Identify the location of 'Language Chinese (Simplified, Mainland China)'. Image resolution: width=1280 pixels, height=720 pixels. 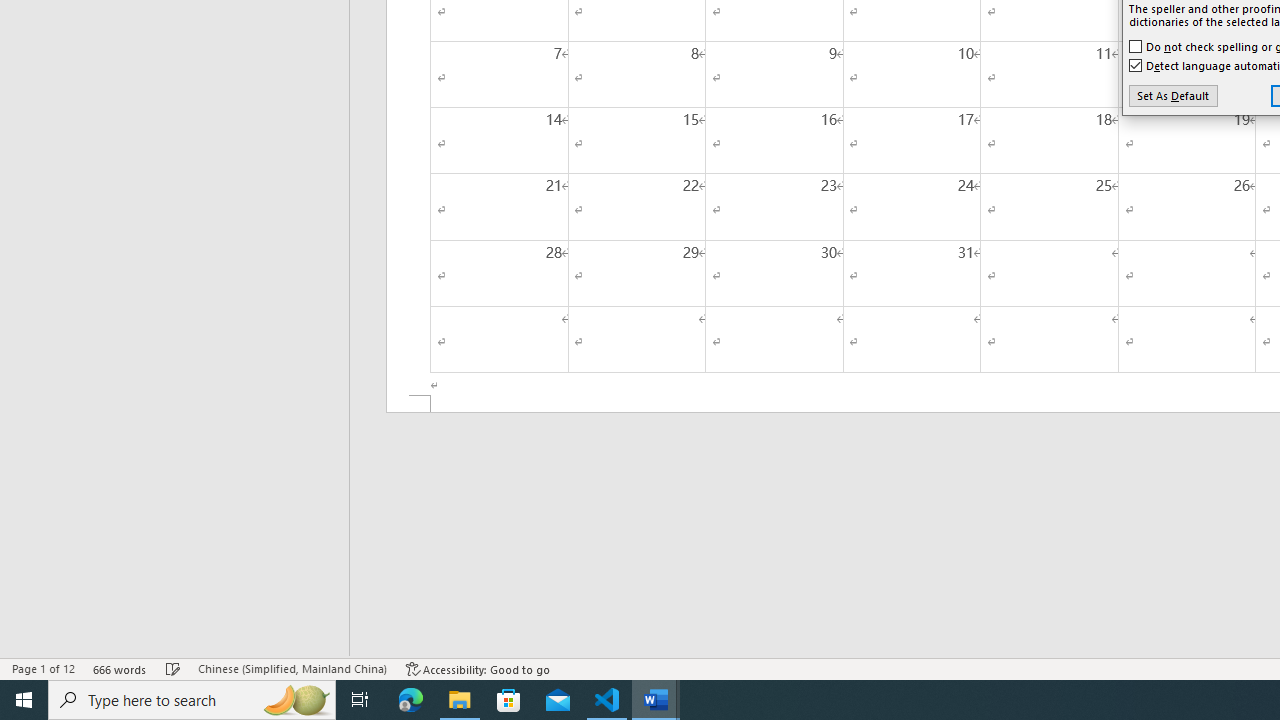
(291, 669).